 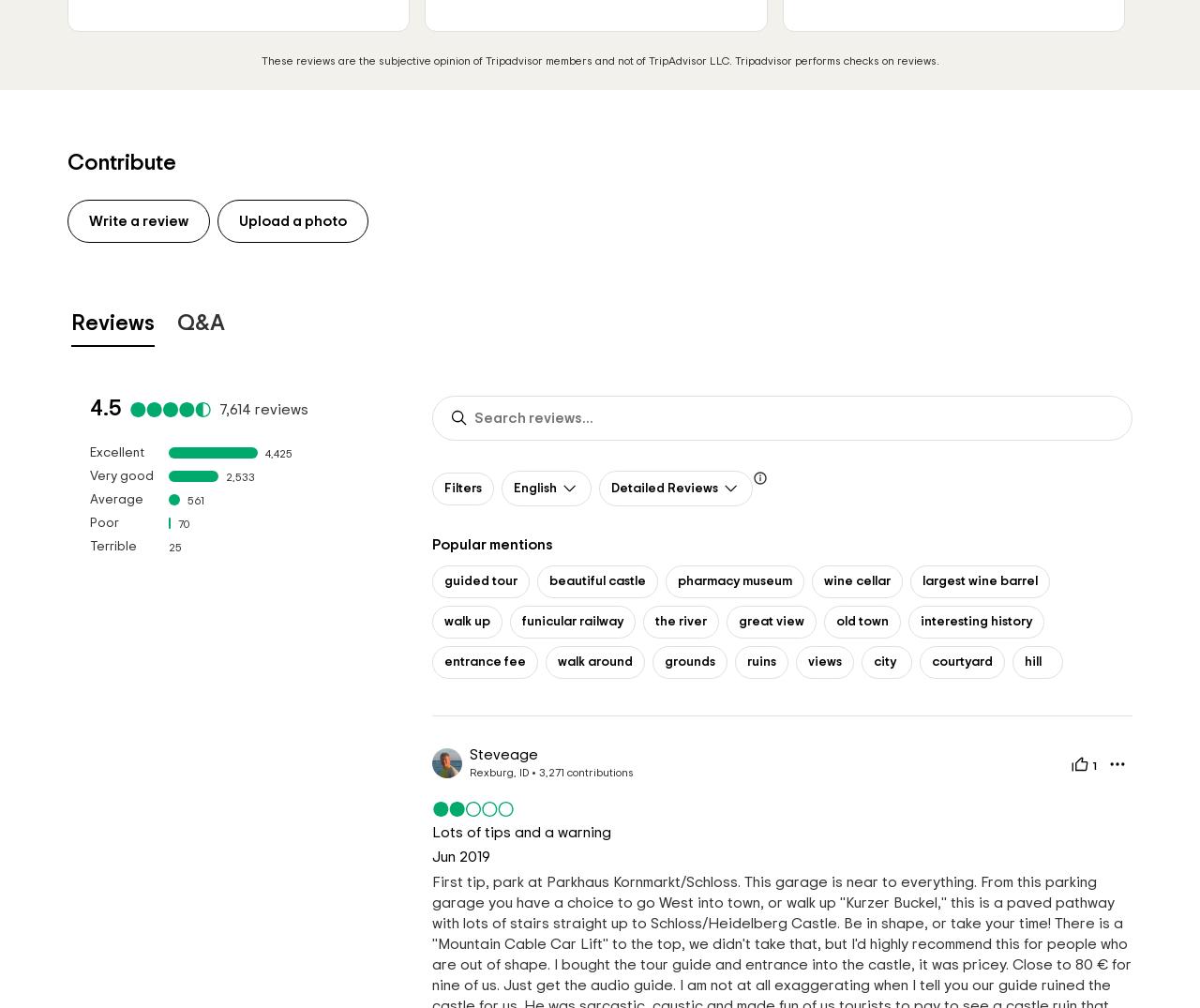 What do you see at coordinates (87, 219) in the screenshot?
I see `'Write a review'` at bounding box center [87, 219].